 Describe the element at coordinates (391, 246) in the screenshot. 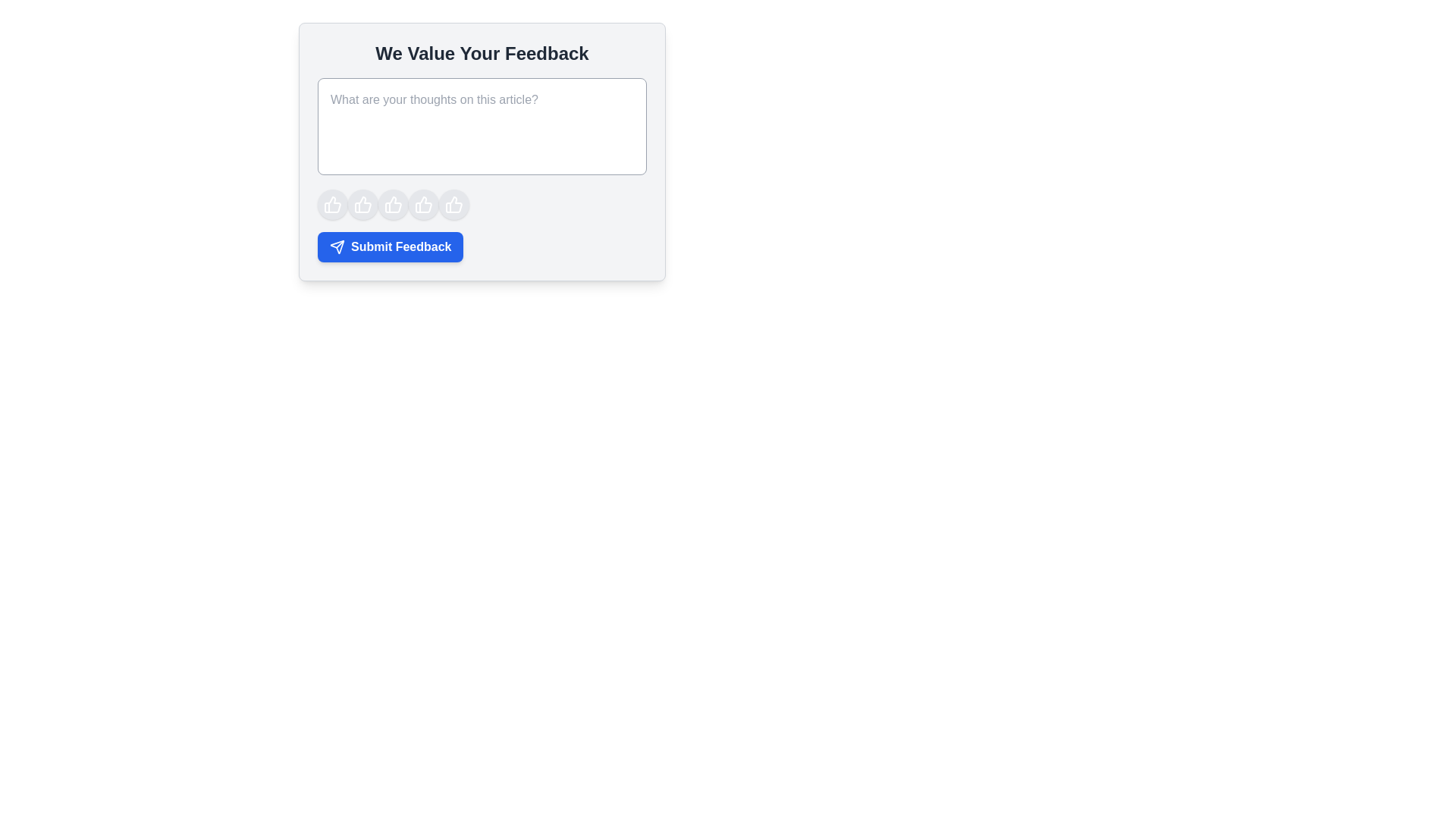

I see `the 'Submit Feedback' button, which is a rectangular button with a blue background and white bold text, located at the bottom center of the feedback form` at that location.